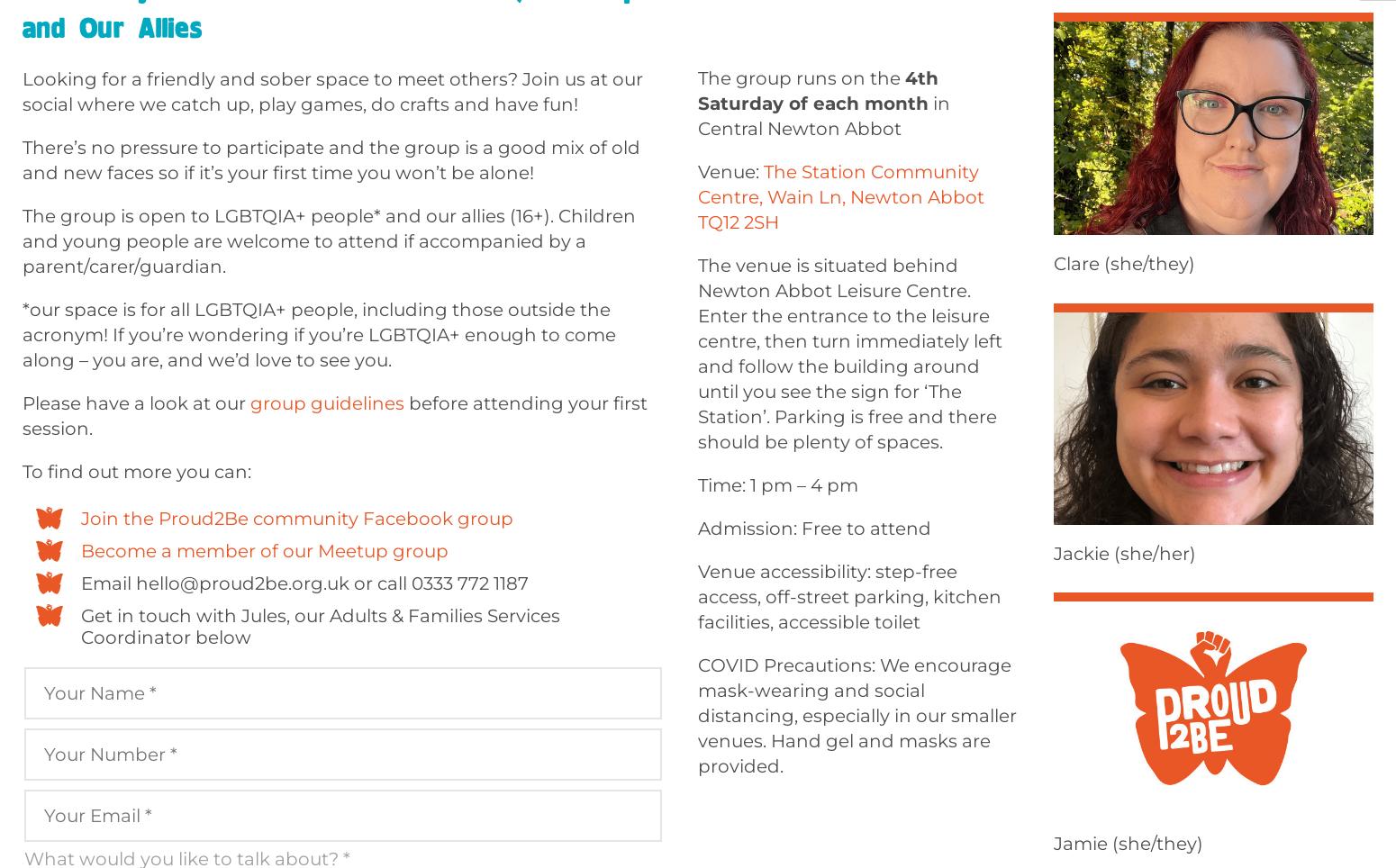  What do you see at coordinates (81, 627) in the screenshot?
I see `'Get in touch with Jules, our Adults & Families Services Coordinator below'` at bounding box center [81, 627].